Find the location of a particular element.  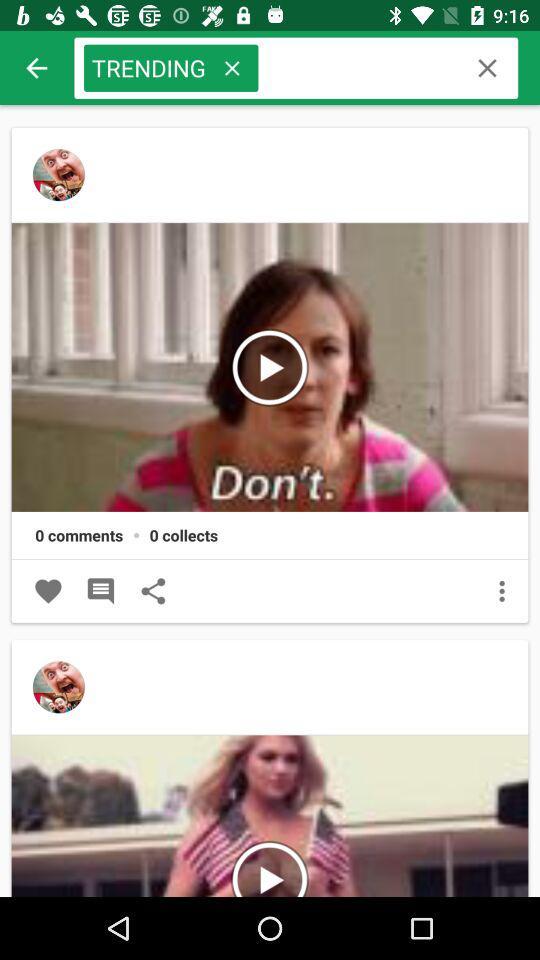

the close icon is located at coordinates (231, 68).